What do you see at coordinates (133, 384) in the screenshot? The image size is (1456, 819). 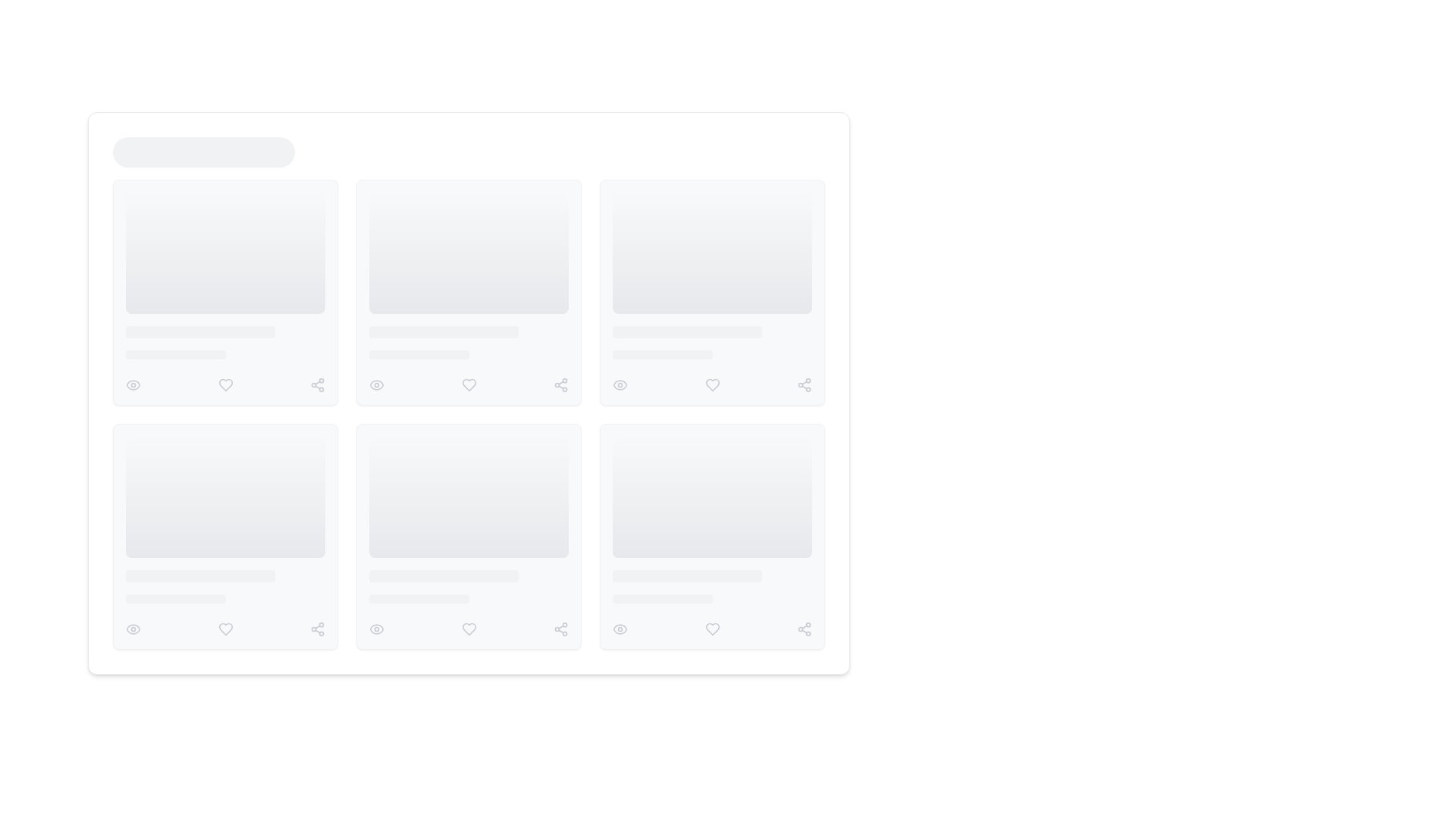 I see `the visibility icon located at the bottom-left corner of the card layout row, which is positioned to the left of the heart icon` at bounding box center [133, 384].